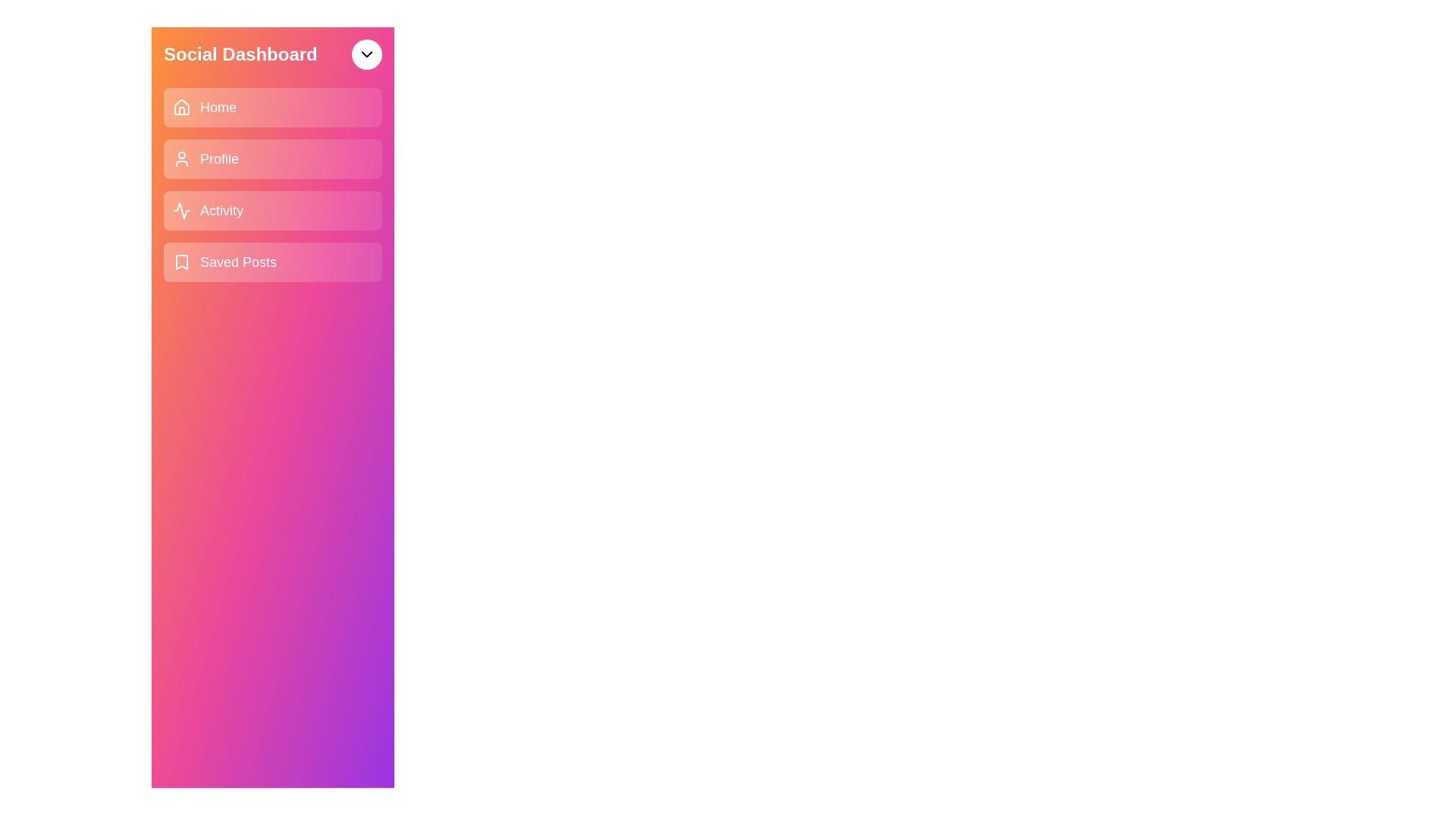  Describe the element at coordinates (367, 54) in the screenshot. I see `the dropdown toggle button to expand or collapse the menu` at that location.